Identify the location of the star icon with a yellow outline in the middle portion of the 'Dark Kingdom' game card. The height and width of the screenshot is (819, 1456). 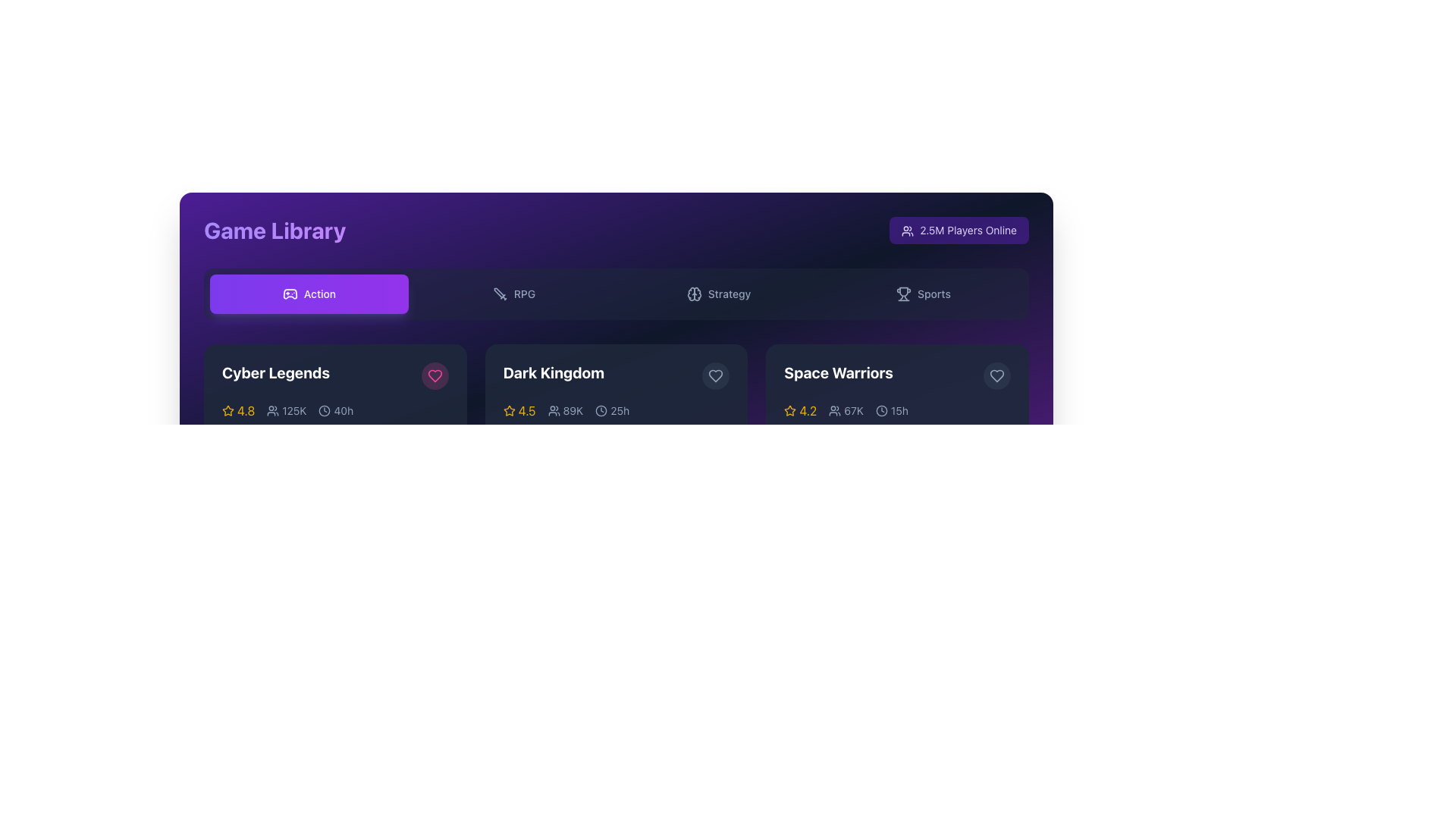
(509, 410).